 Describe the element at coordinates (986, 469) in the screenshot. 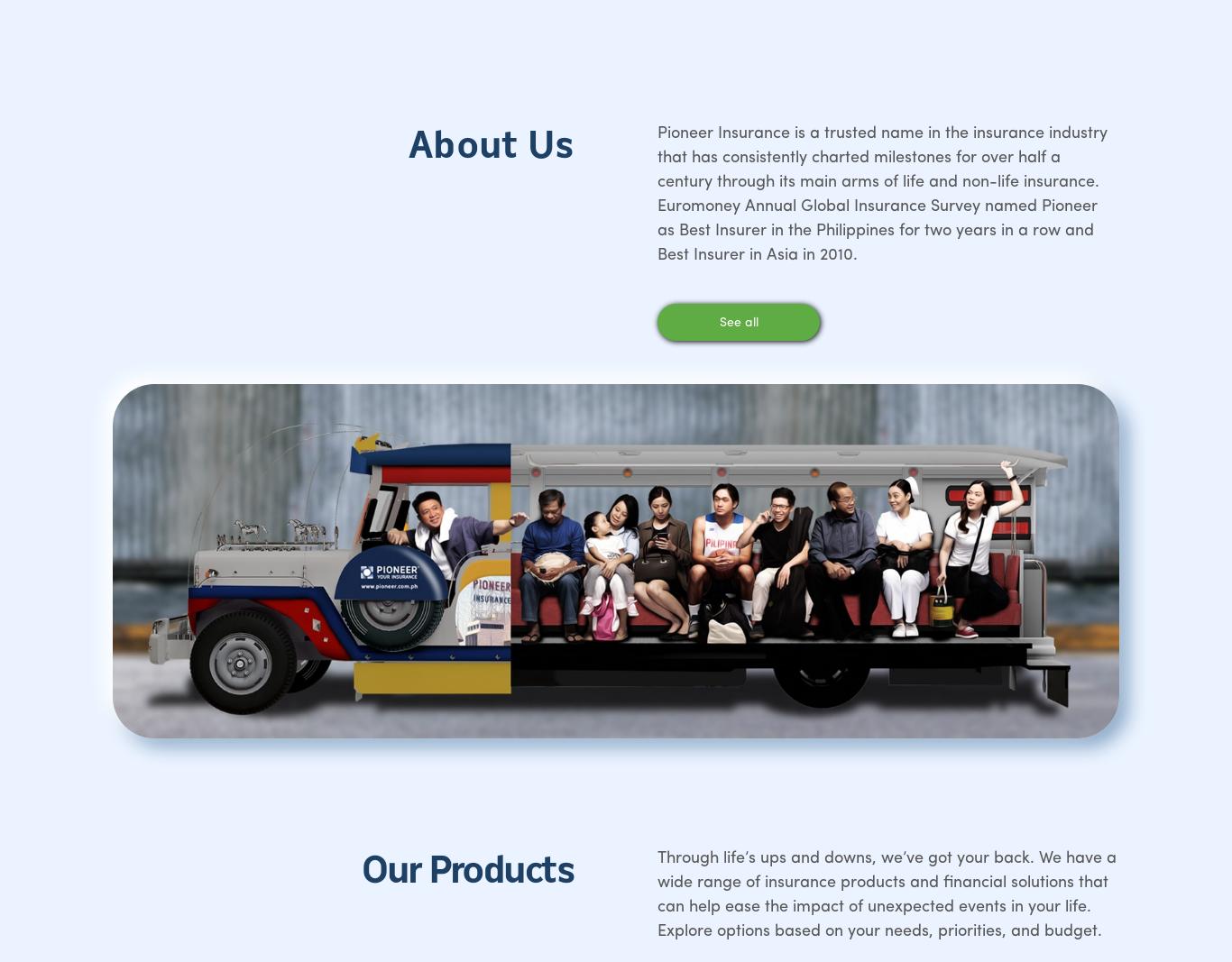

I see `'Instagram'` at that location.